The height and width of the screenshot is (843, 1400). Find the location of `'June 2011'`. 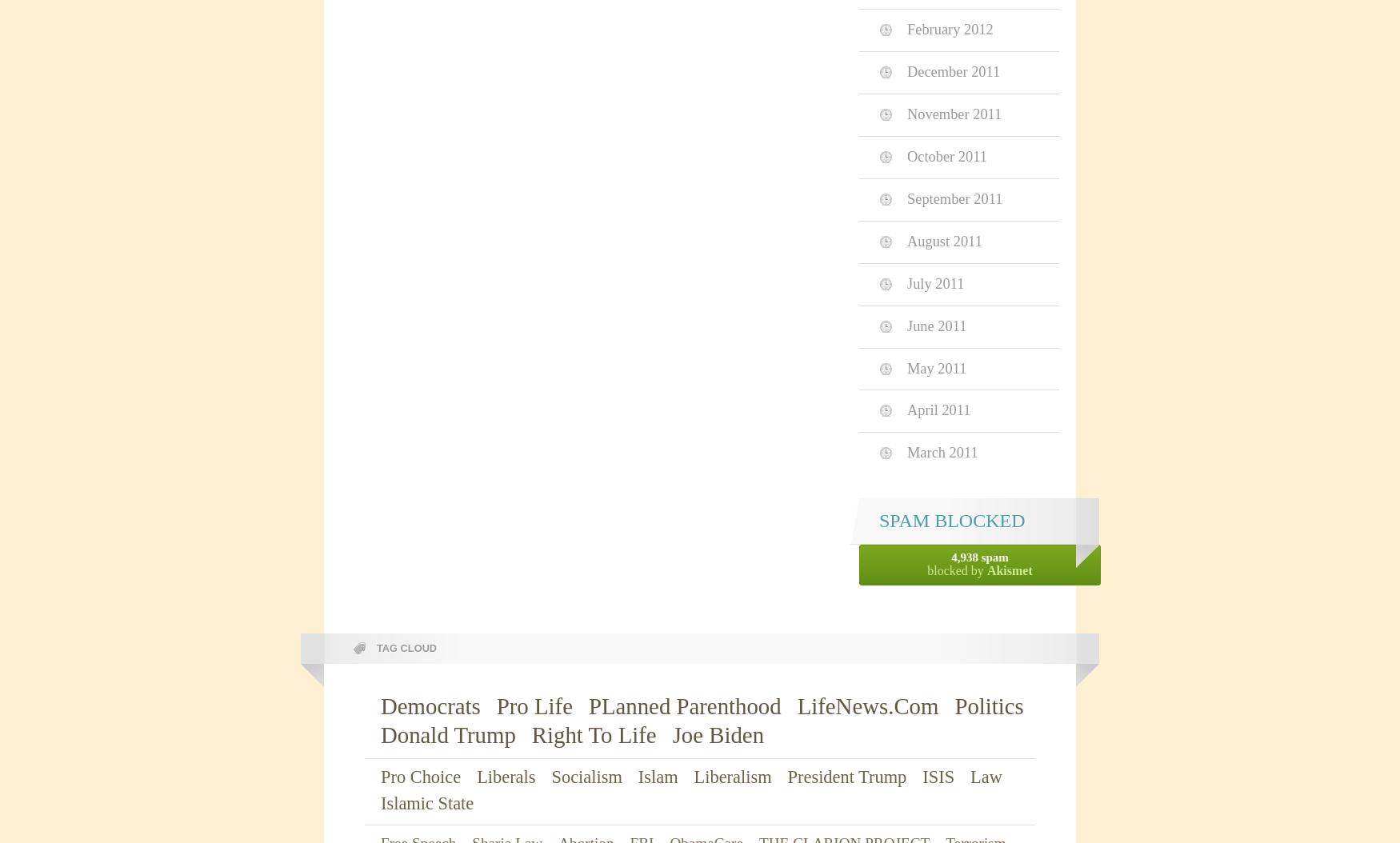

'June 2011' is located at coordinates (935, 324).